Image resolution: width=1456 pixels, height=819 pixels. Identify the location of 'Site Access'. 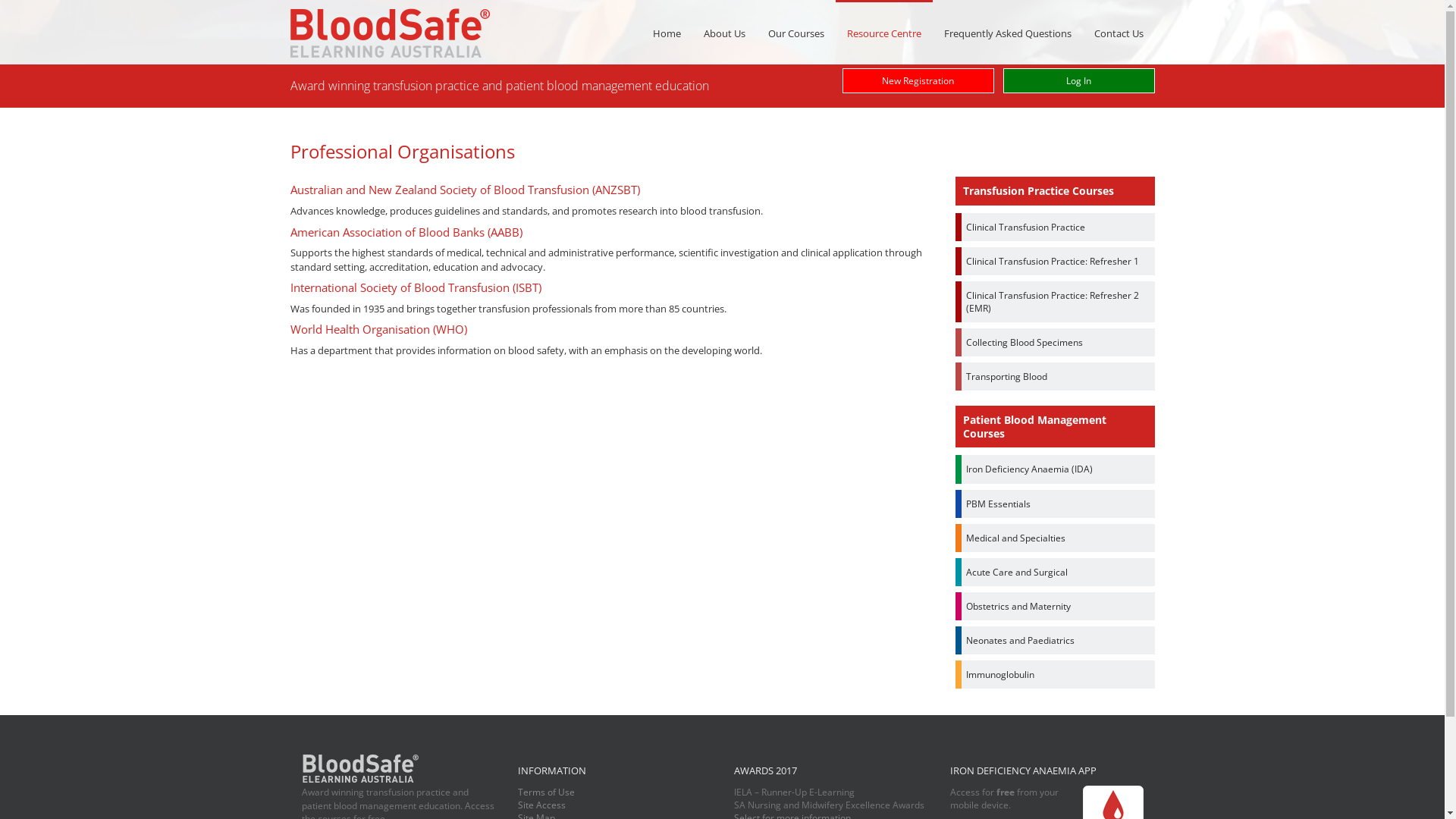
(541, 804).